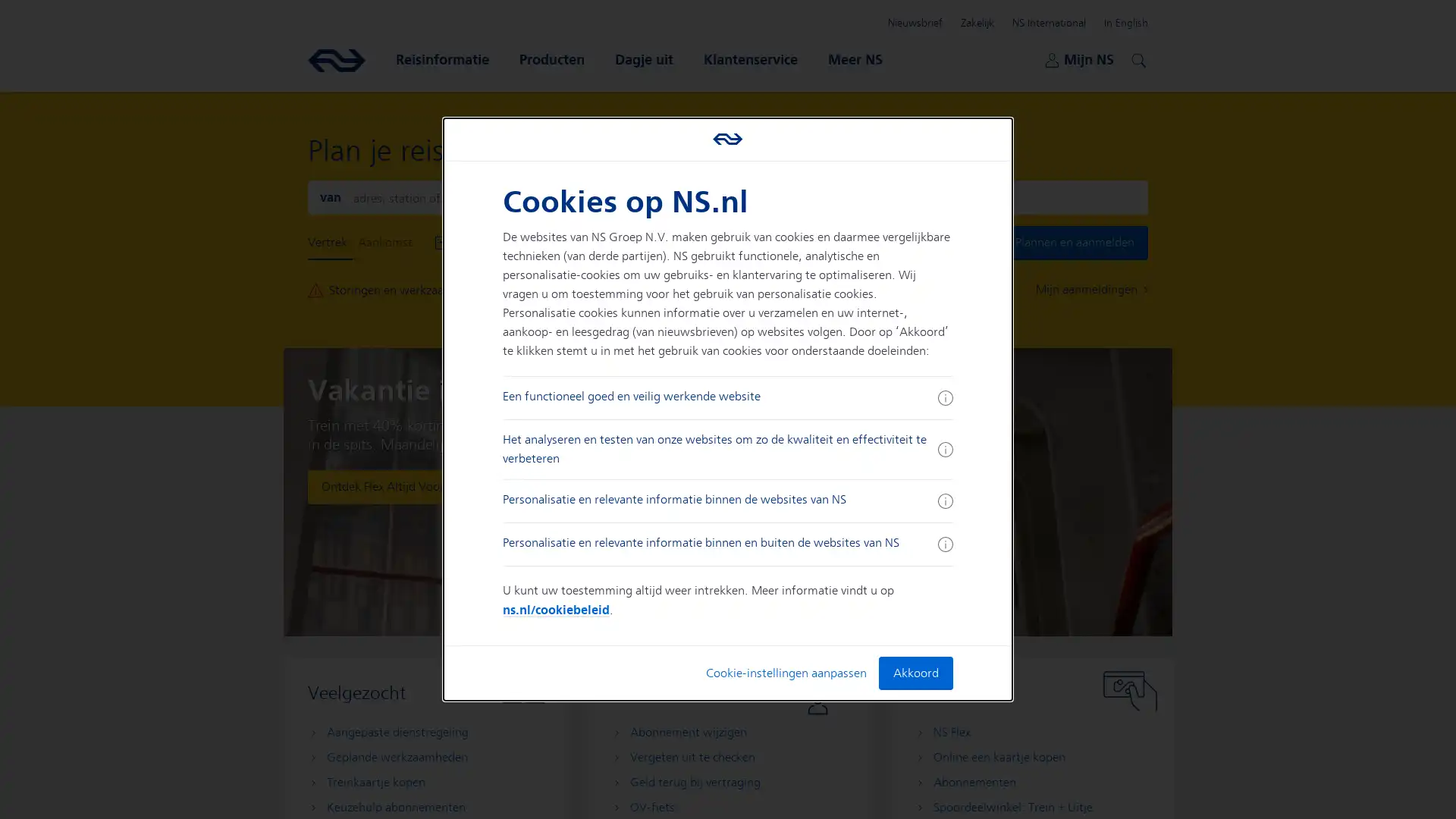  I want to click on Wissel aankomst en vertrek locaties om, so click(726, 196).